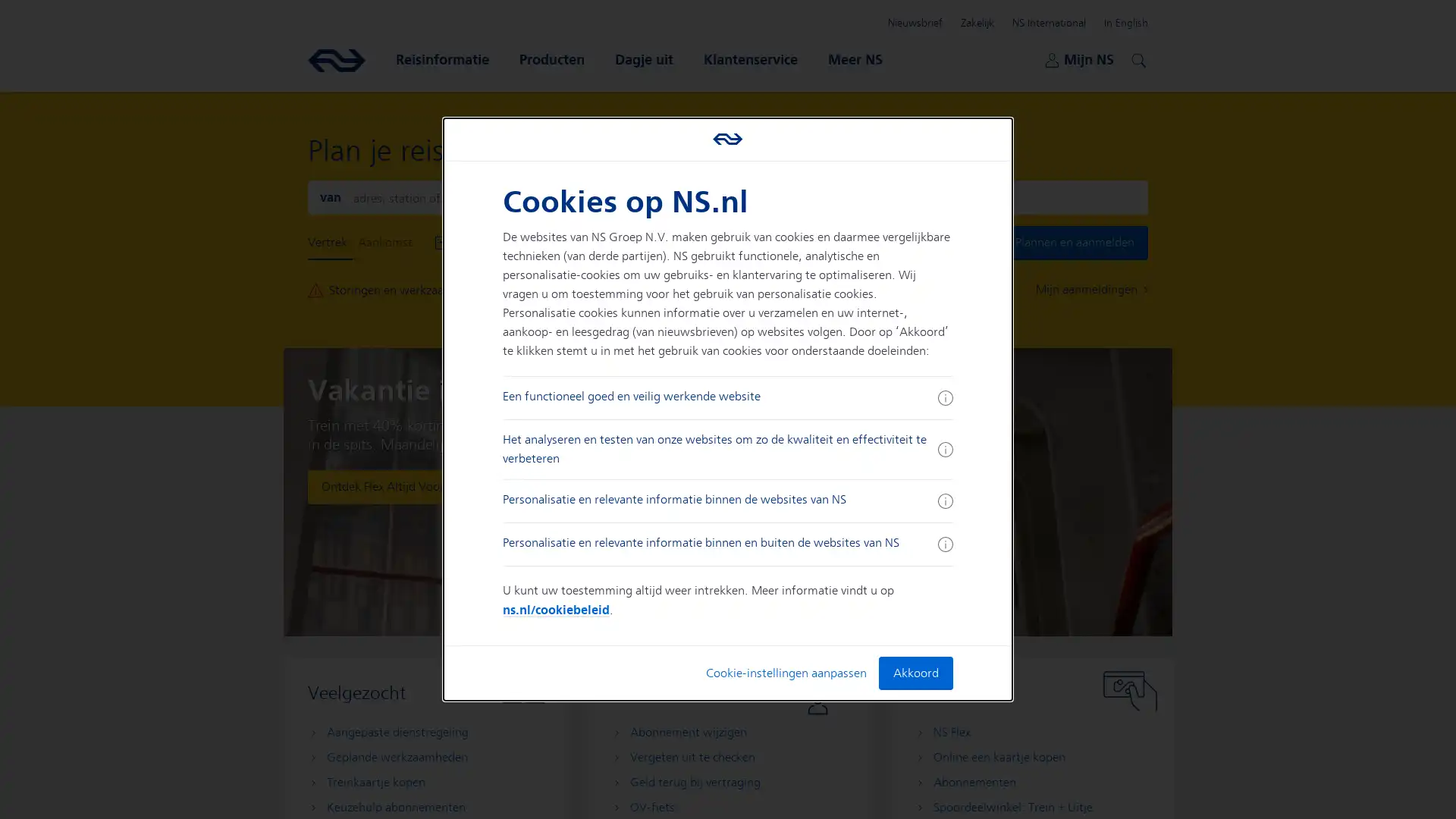  I want to click on Wissel aankomst en vertrek locaties om, so click(726, 196).